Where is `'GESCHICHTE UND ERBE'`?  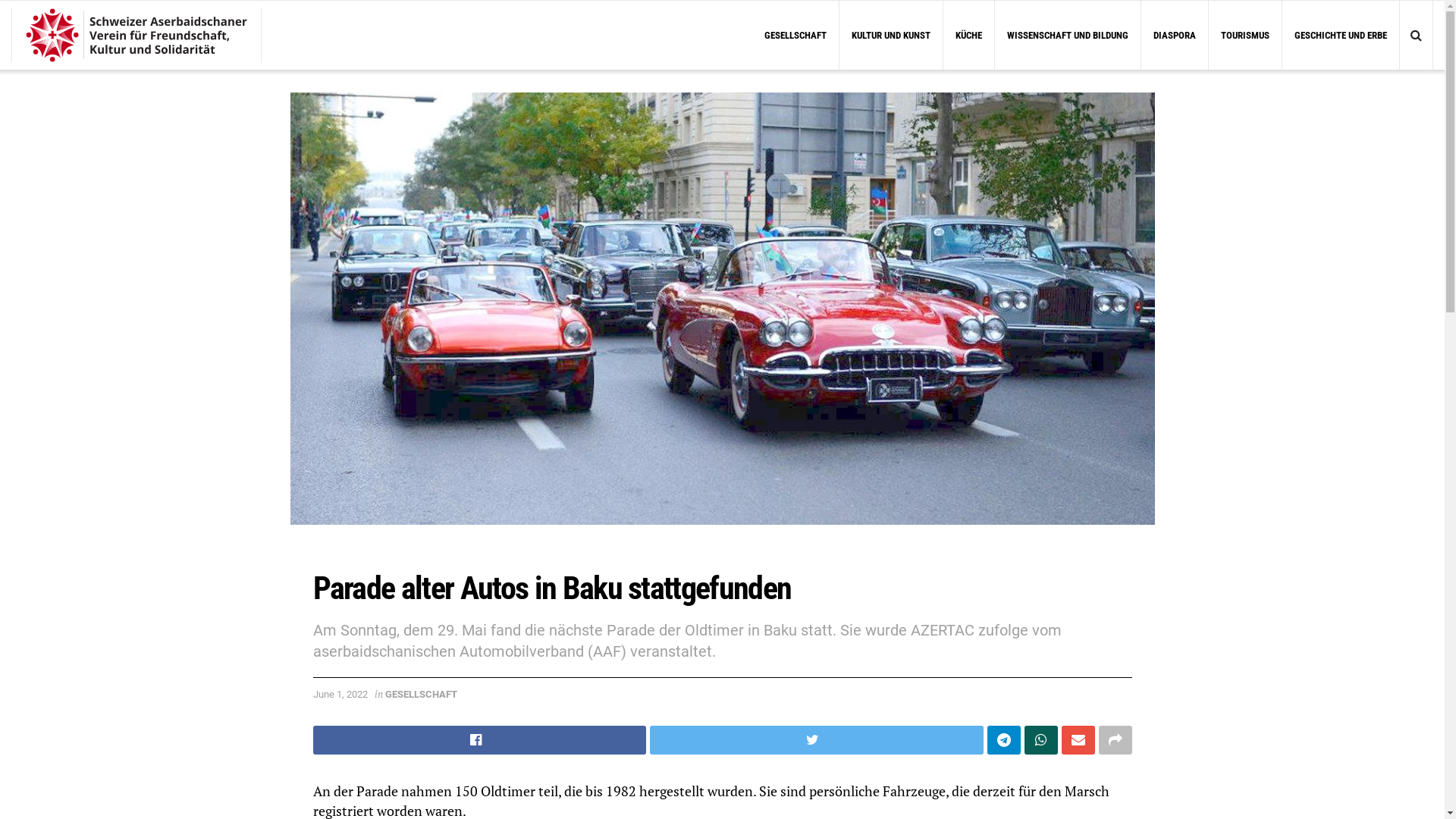 'GESCHICHTE UND ERBE' is located at coordinates (1340, 34).